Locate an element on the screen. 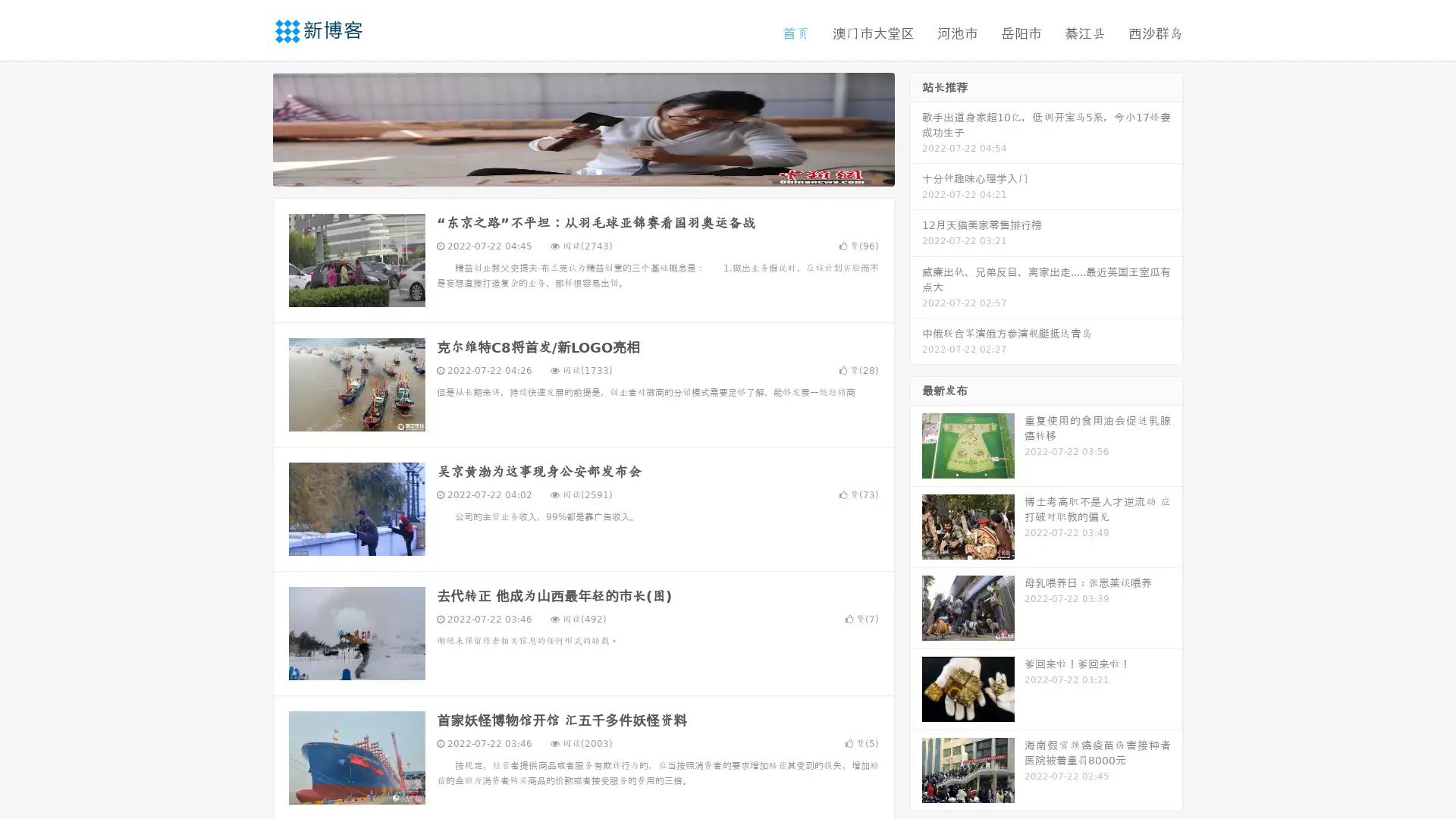 The height and width of the screenshot is (819, 1456). Go to slide 2 is located at coordinates (582, 171).